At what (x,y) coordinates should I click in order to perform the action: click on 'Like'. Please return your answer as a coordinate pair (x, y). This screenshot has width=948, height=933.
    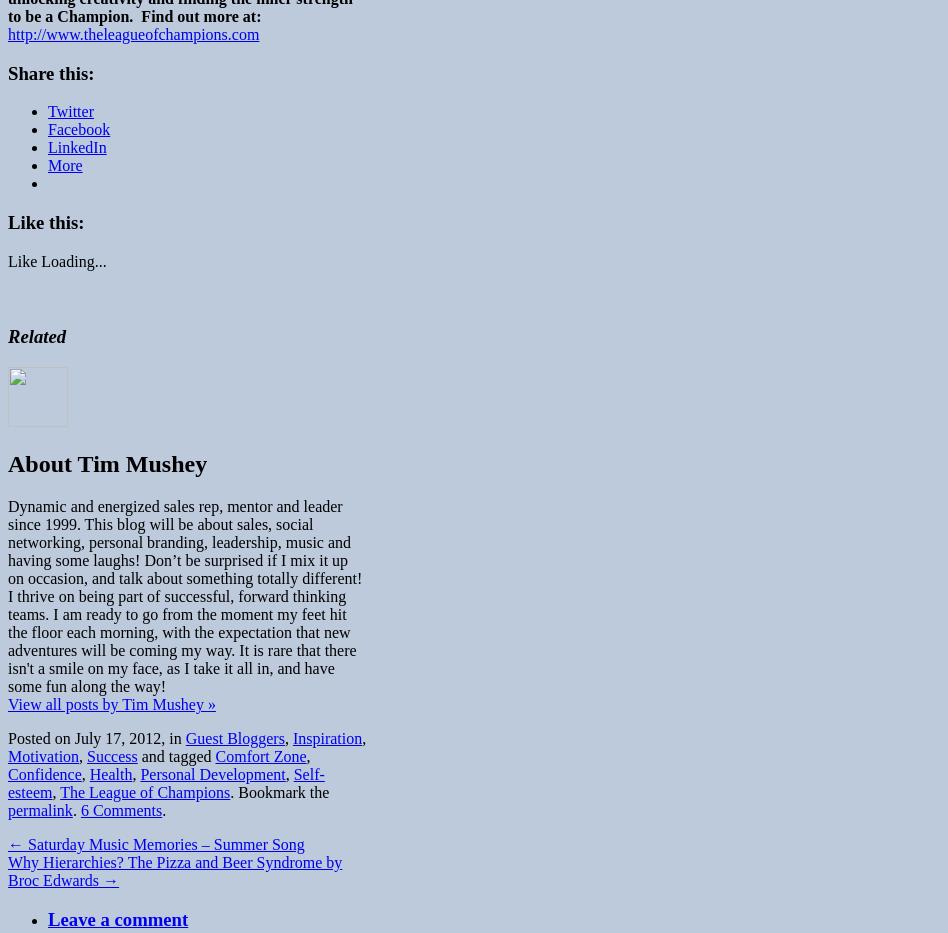
    Looking at the image, I should click on (22, 260).